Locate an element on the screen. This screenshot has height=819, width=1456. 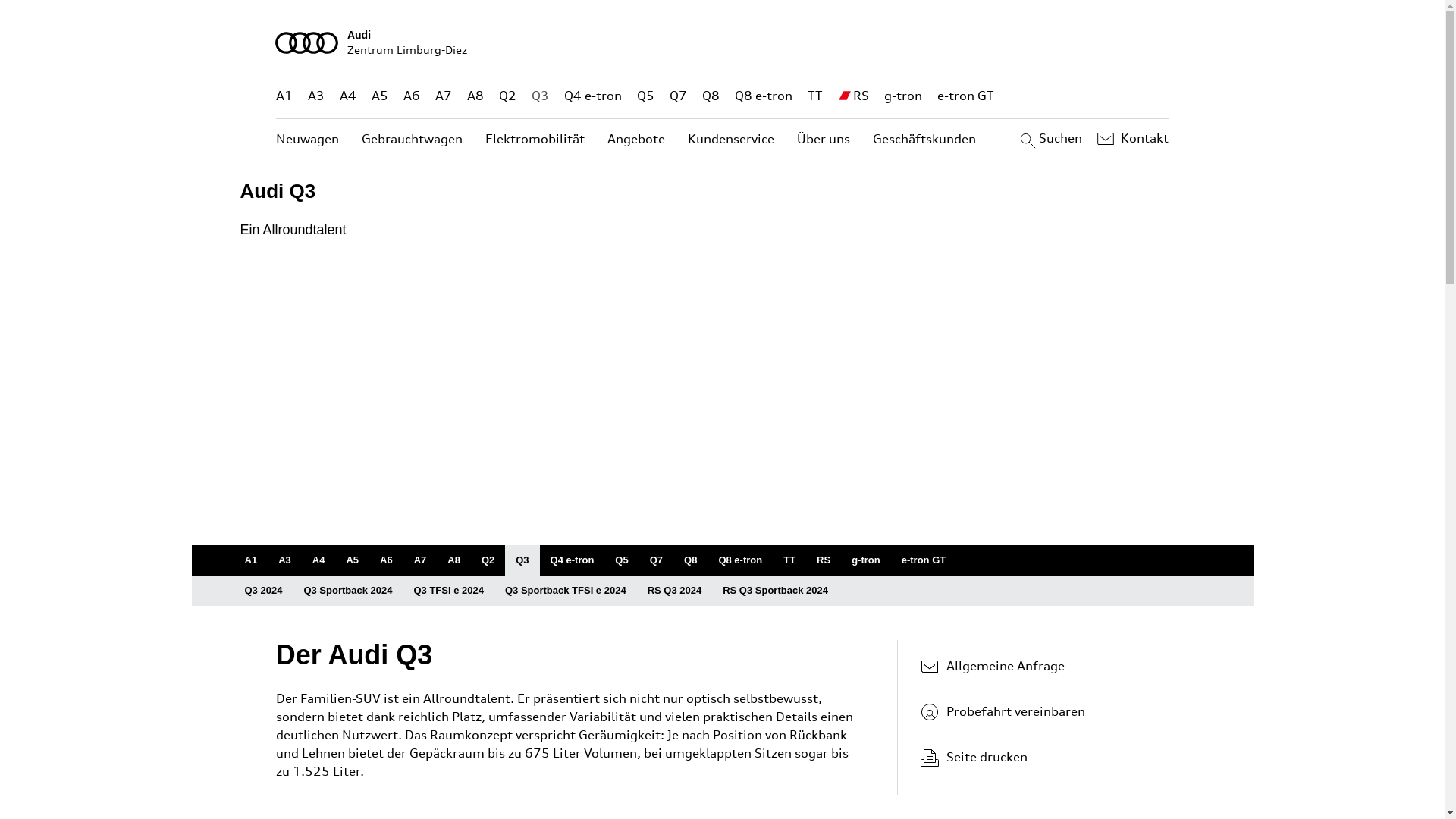
'Q3' is located at coordinates (540, 96).